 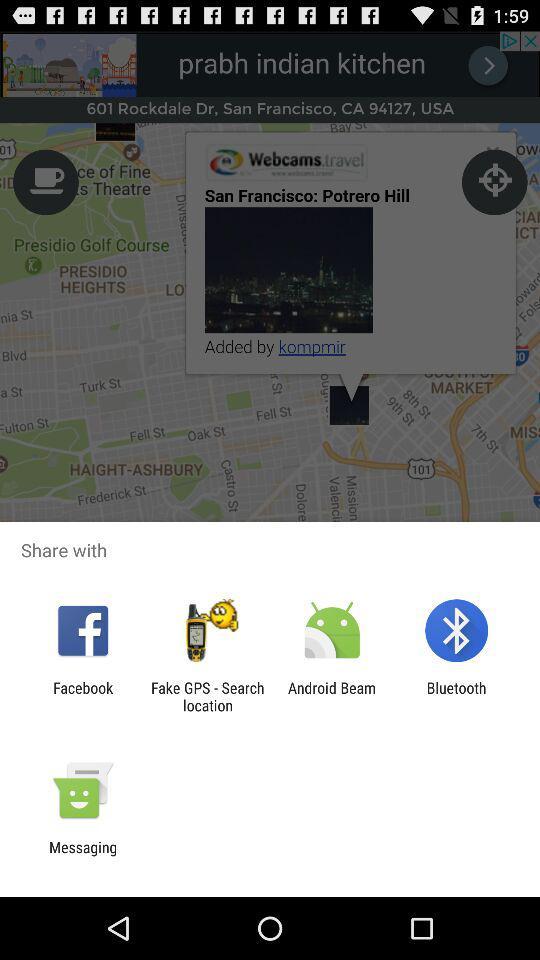 What do you see at coordinates (206, 696) in the screenshot?
I see `item next to the facebook app` at bounding box center [206, 696].